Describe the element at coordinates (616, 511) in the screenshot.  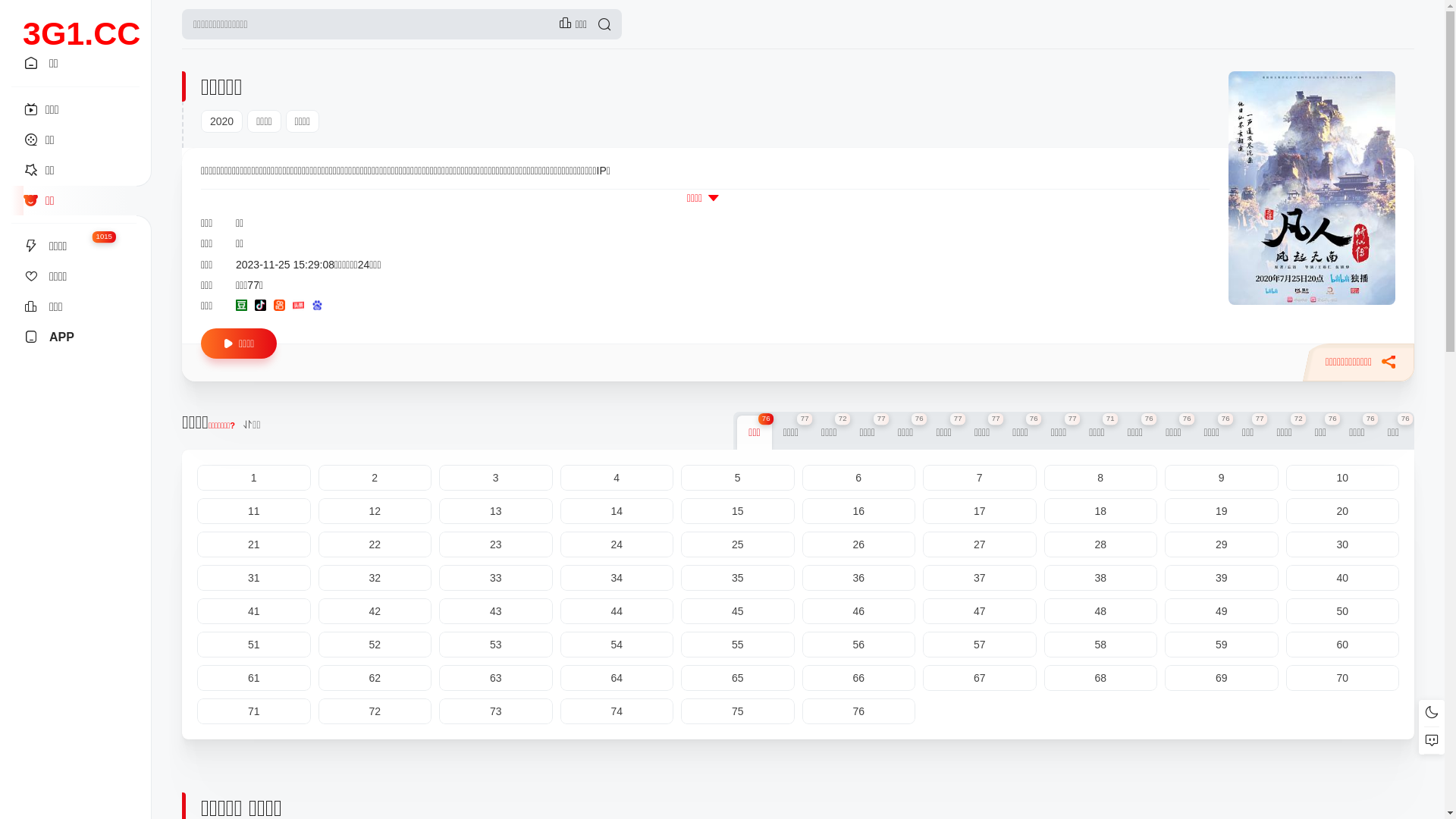
I see `'14'` at that location.